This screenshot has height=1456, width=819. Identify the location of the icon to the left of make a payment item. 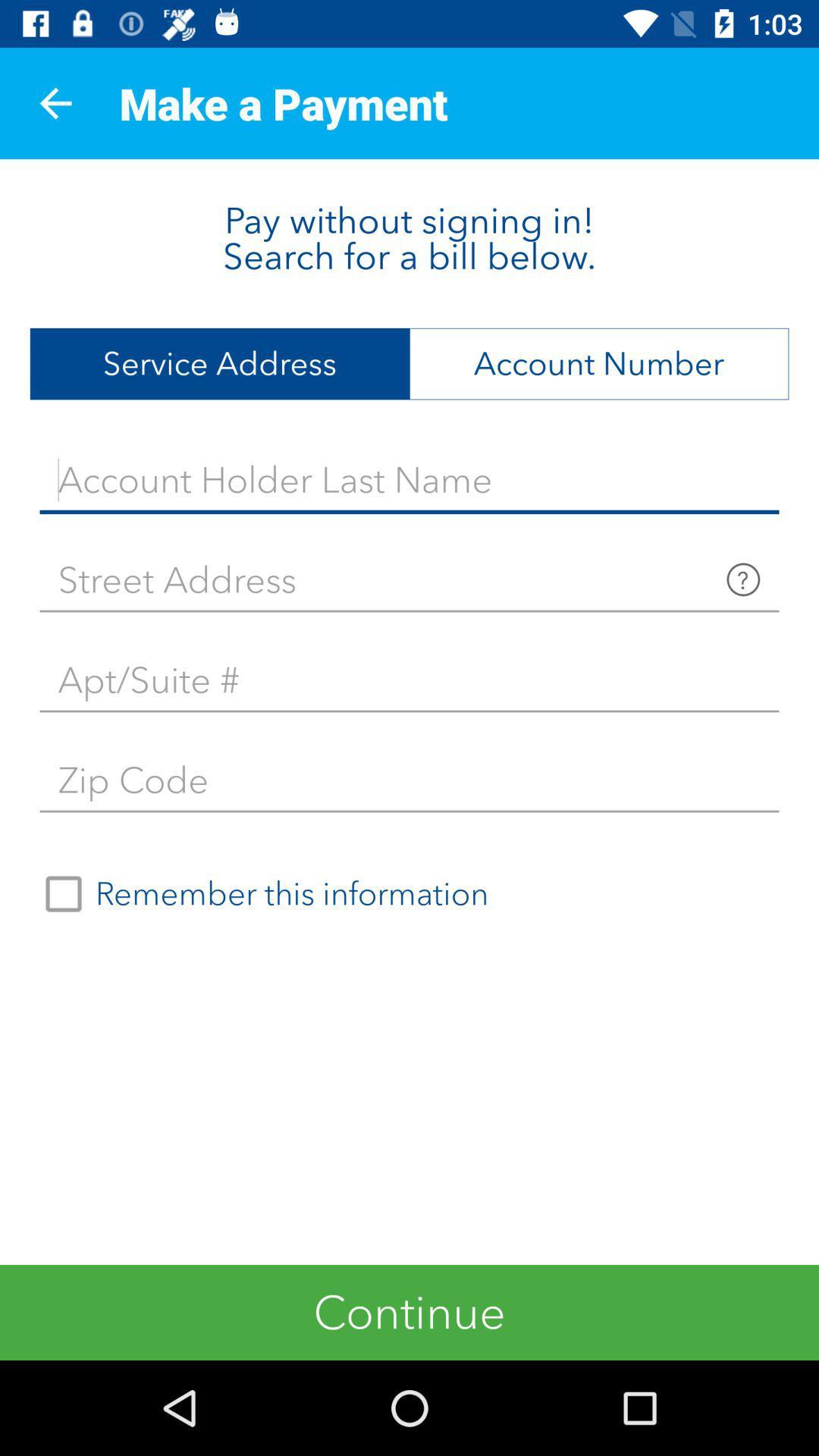
(55, 102).